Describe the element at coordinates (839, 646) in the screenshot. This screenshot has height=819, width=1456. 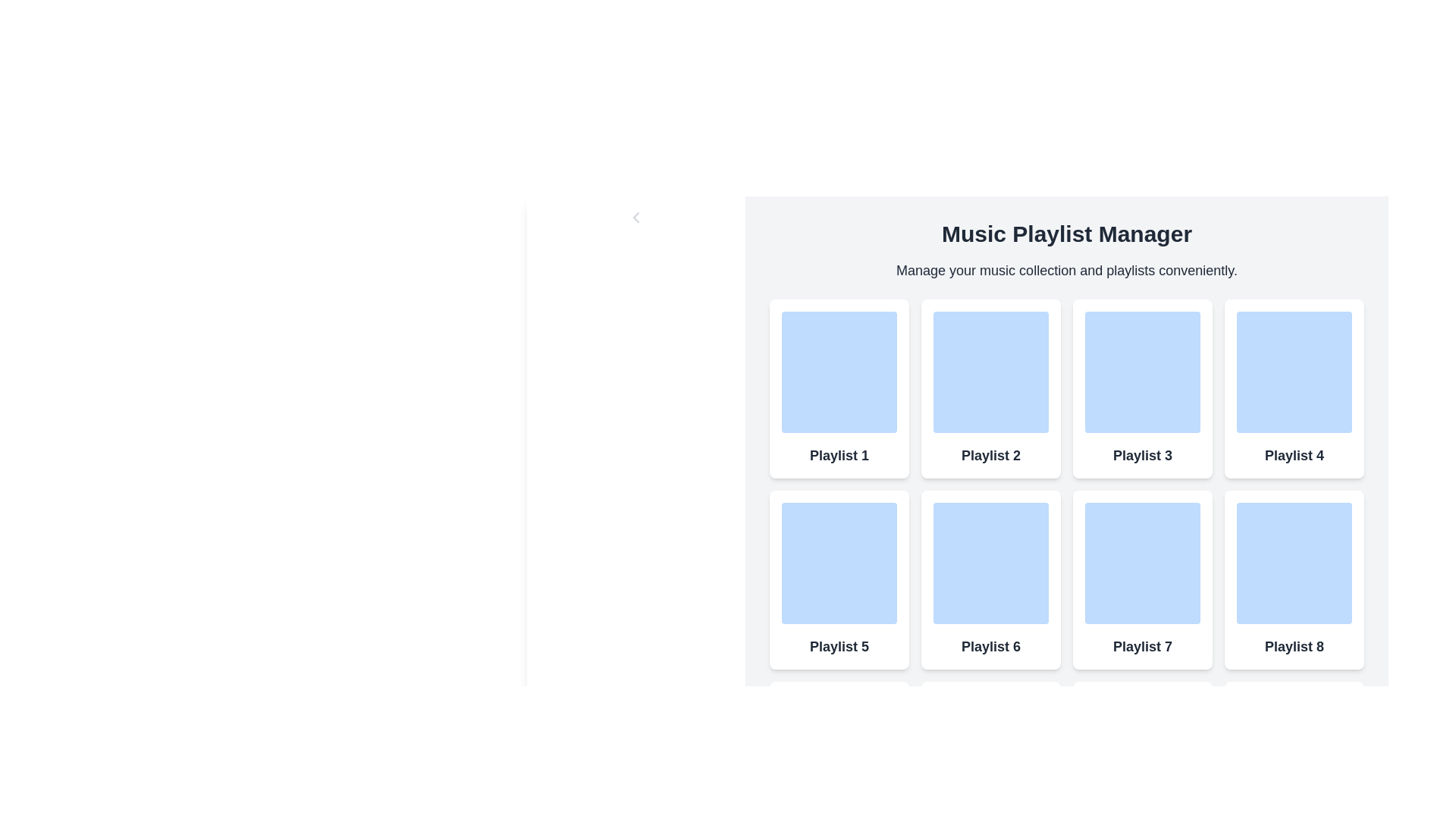
I see `the text label that represents the title for 'Playlist 5' located in the second row and first column of the grid layout` at that location.